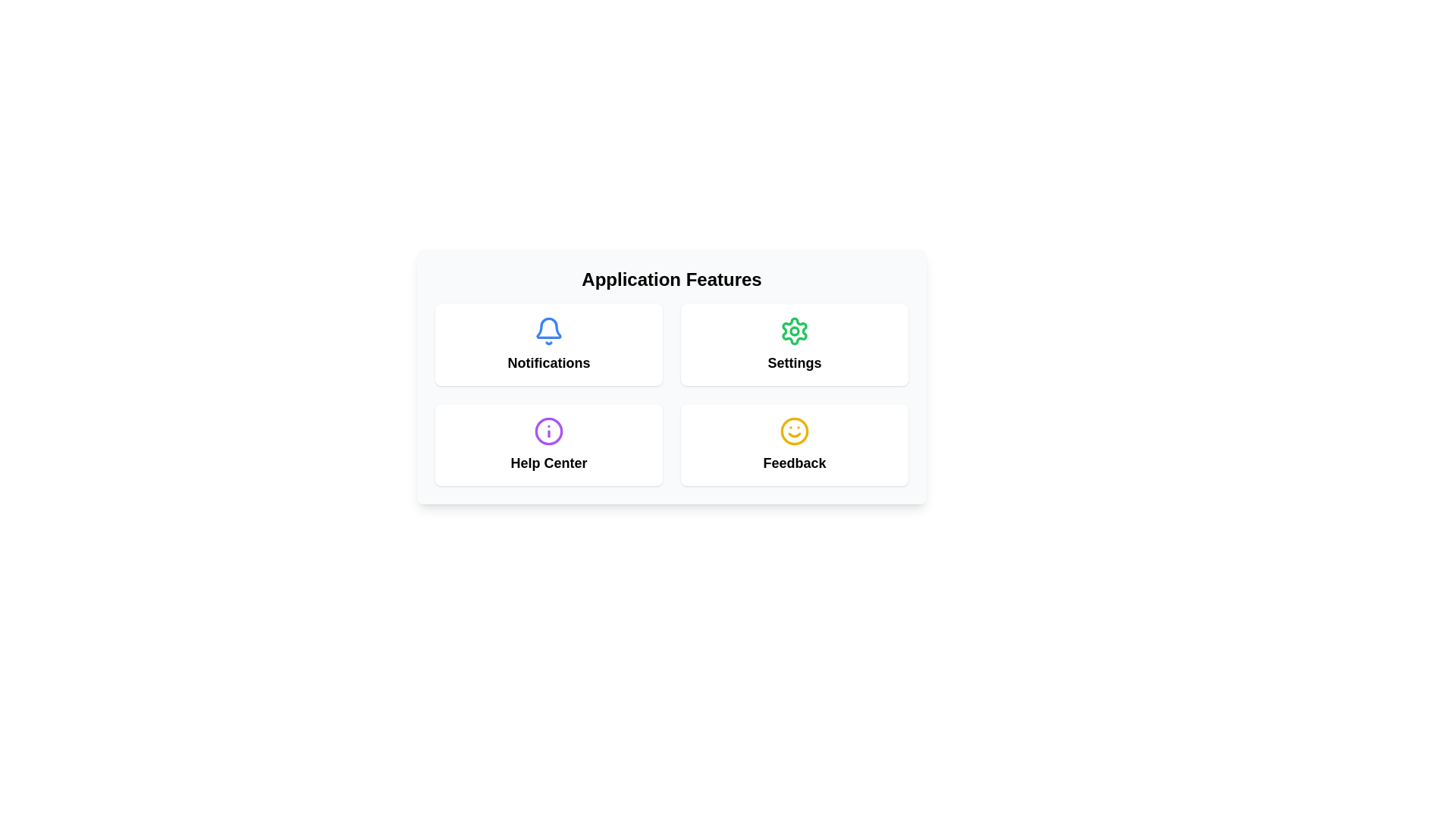  I want to click on the central circular background of the smiley emoji face within the bottom-right feature button labeled 'Feedback', so click(793, 431).